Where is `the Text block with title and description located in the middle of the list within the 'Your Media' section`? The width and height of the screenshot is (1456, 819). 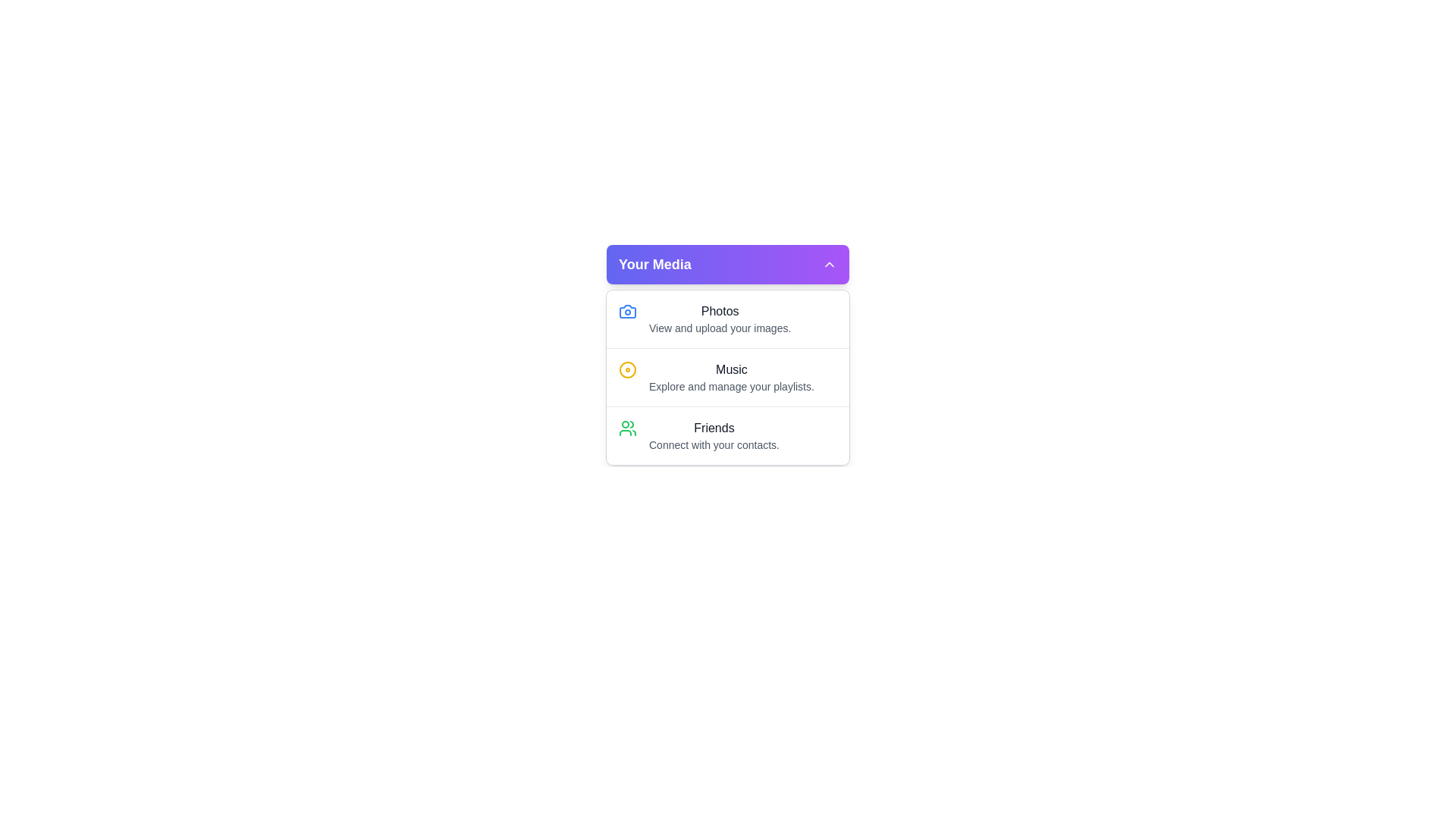
the Text block with title and description located in the middle of the list within the 'Your Media' section is located at coordinates (731, 376).